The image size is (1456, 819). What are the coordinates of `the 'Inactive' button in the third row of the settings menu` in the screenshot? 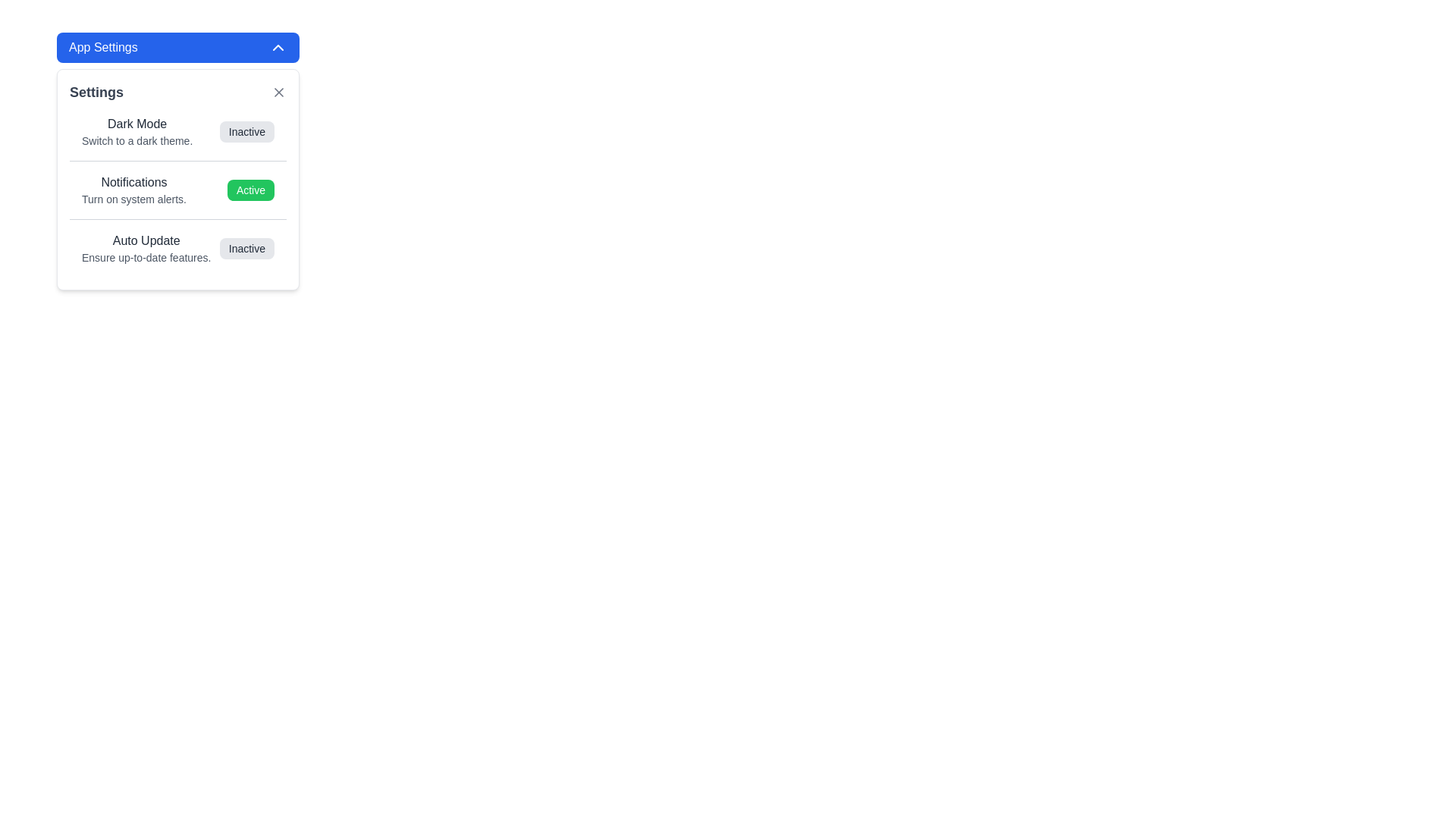 It's located at (178, 247).